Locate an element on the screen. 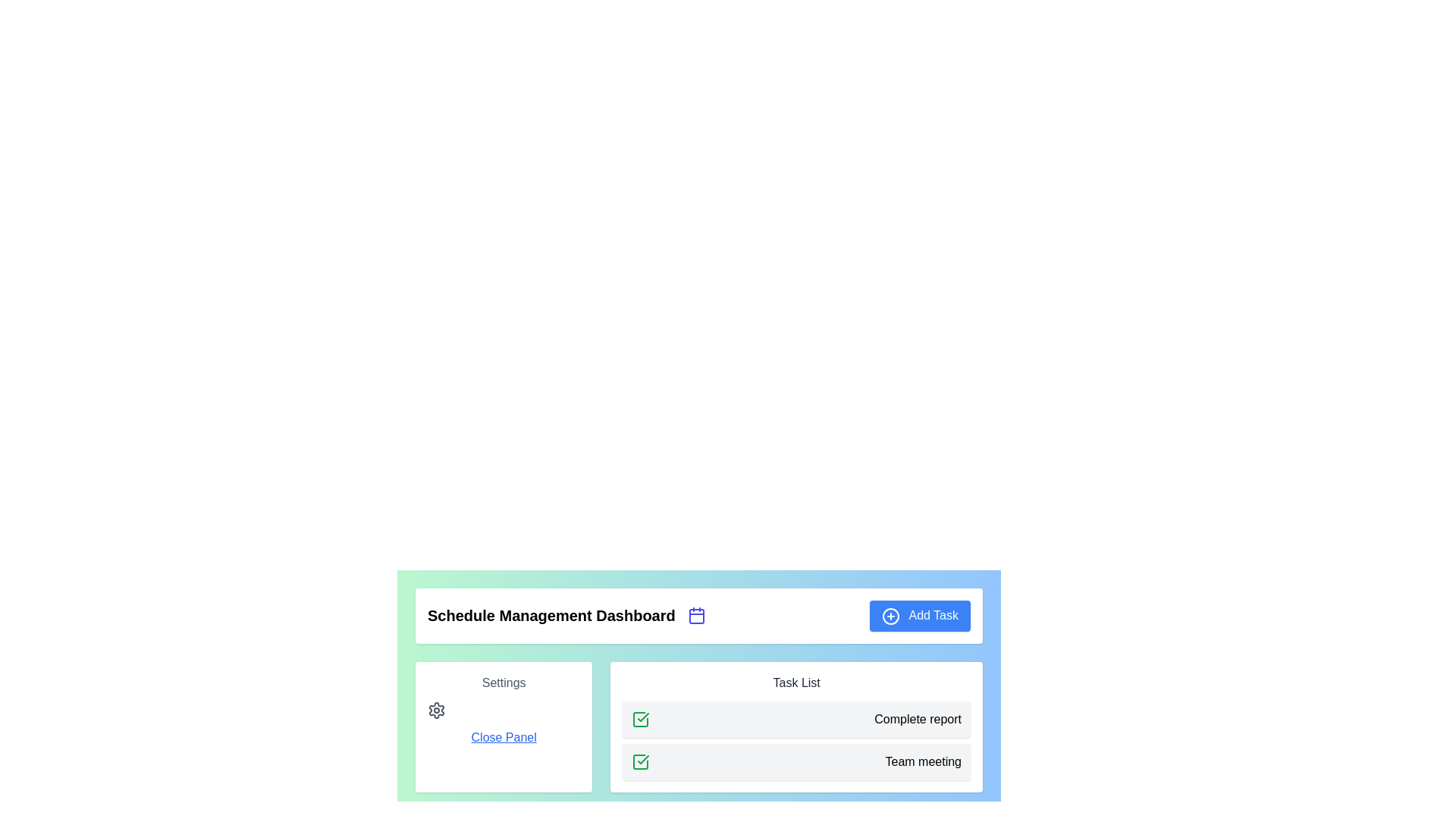 The width and height of the screenshot is (1456, 819). the green square checkbox icon with a checkmark inside is located at coordinates (641, 761).